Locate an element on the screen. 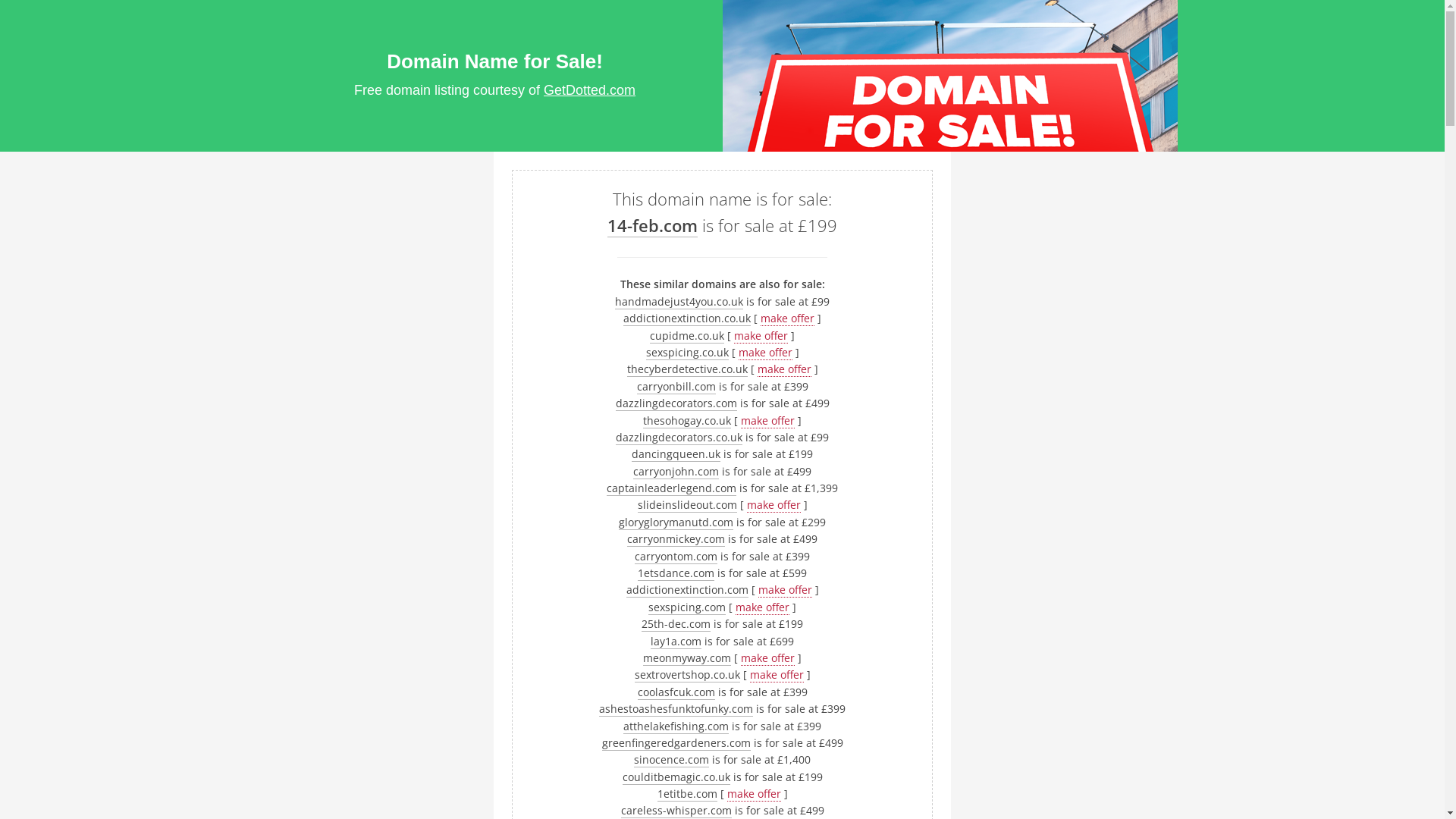 The height and width of the screenshot is (819, 1456). 'carryonjohn.com' is located at coordinates (675, 470).